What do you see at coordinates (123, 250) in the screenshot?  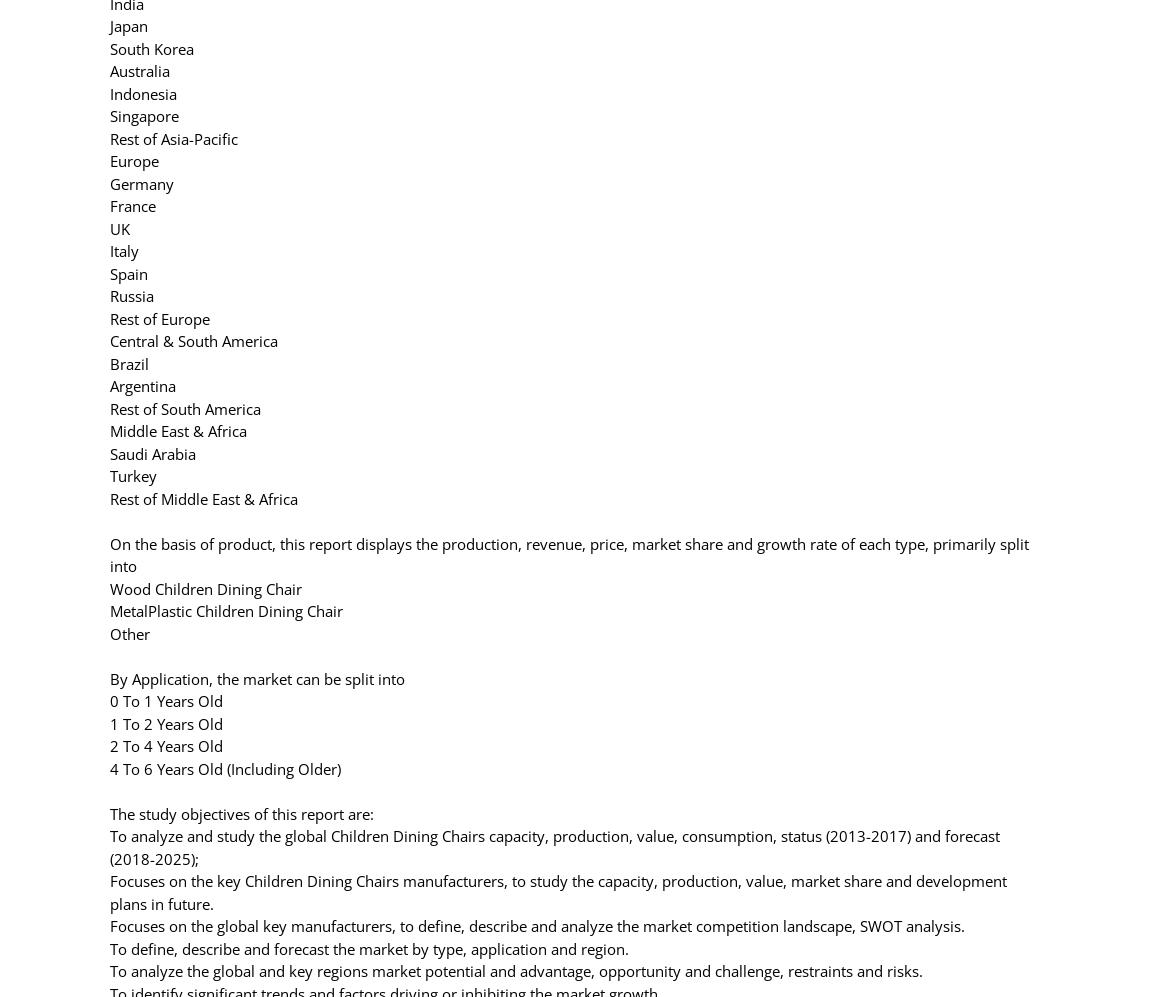 I see `'Italy'` at bounding box center [123, 250].